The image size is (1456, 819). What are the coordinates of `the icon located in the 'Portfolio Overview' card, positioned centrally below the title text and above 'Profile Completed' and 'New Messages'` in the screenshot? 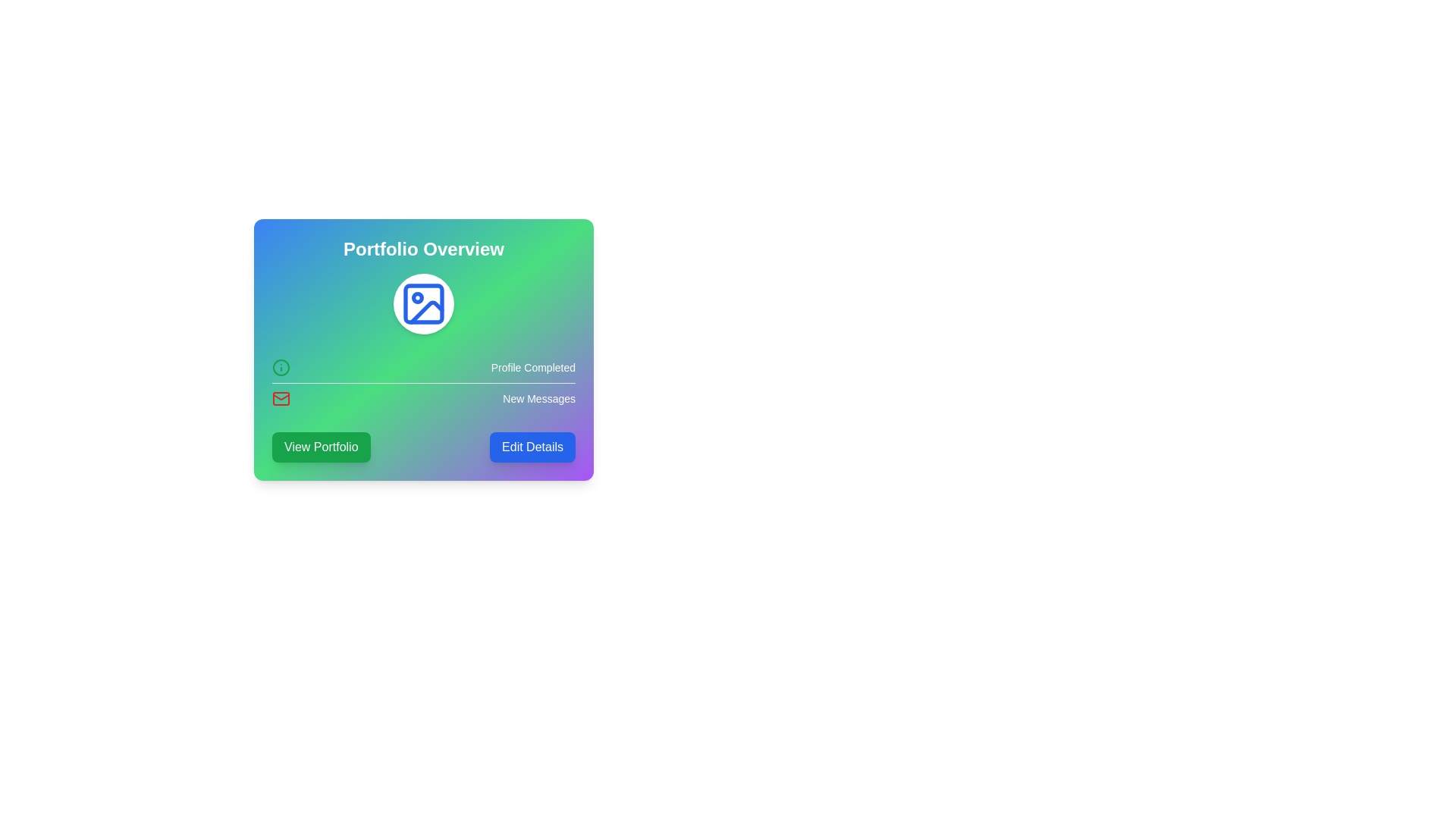 It's located at (423, 304).